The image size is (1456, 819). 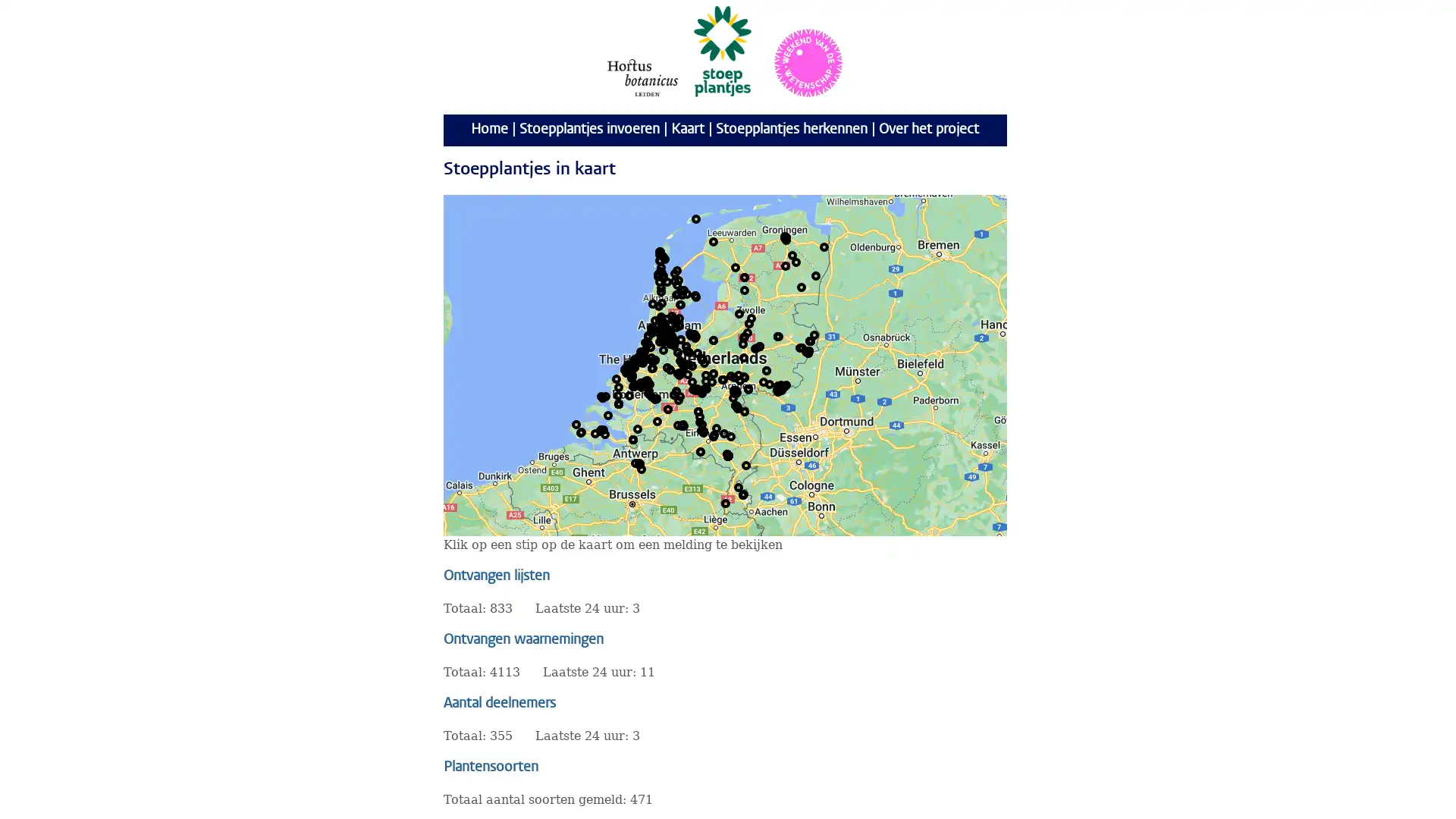 I want to click on Telling van op 18 januari 2022, so click(x=662, y=329).